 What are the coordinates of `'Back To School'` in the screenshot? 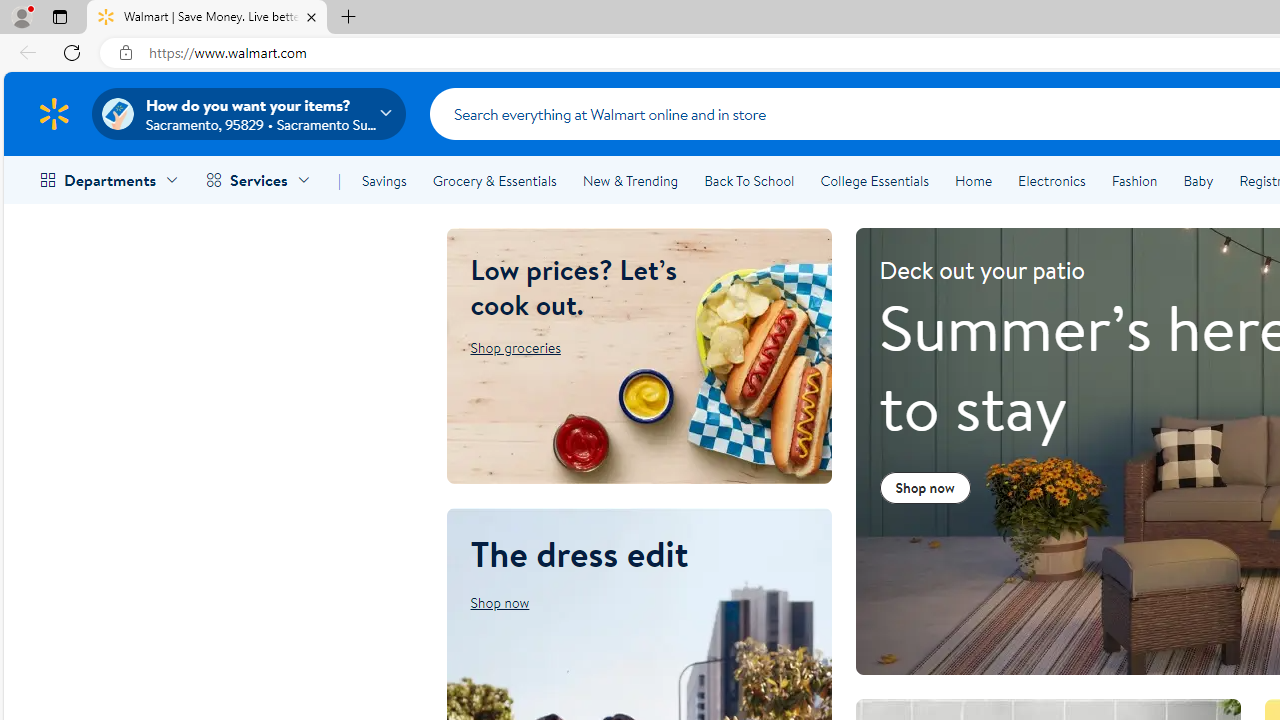 It's located at (748, 181).